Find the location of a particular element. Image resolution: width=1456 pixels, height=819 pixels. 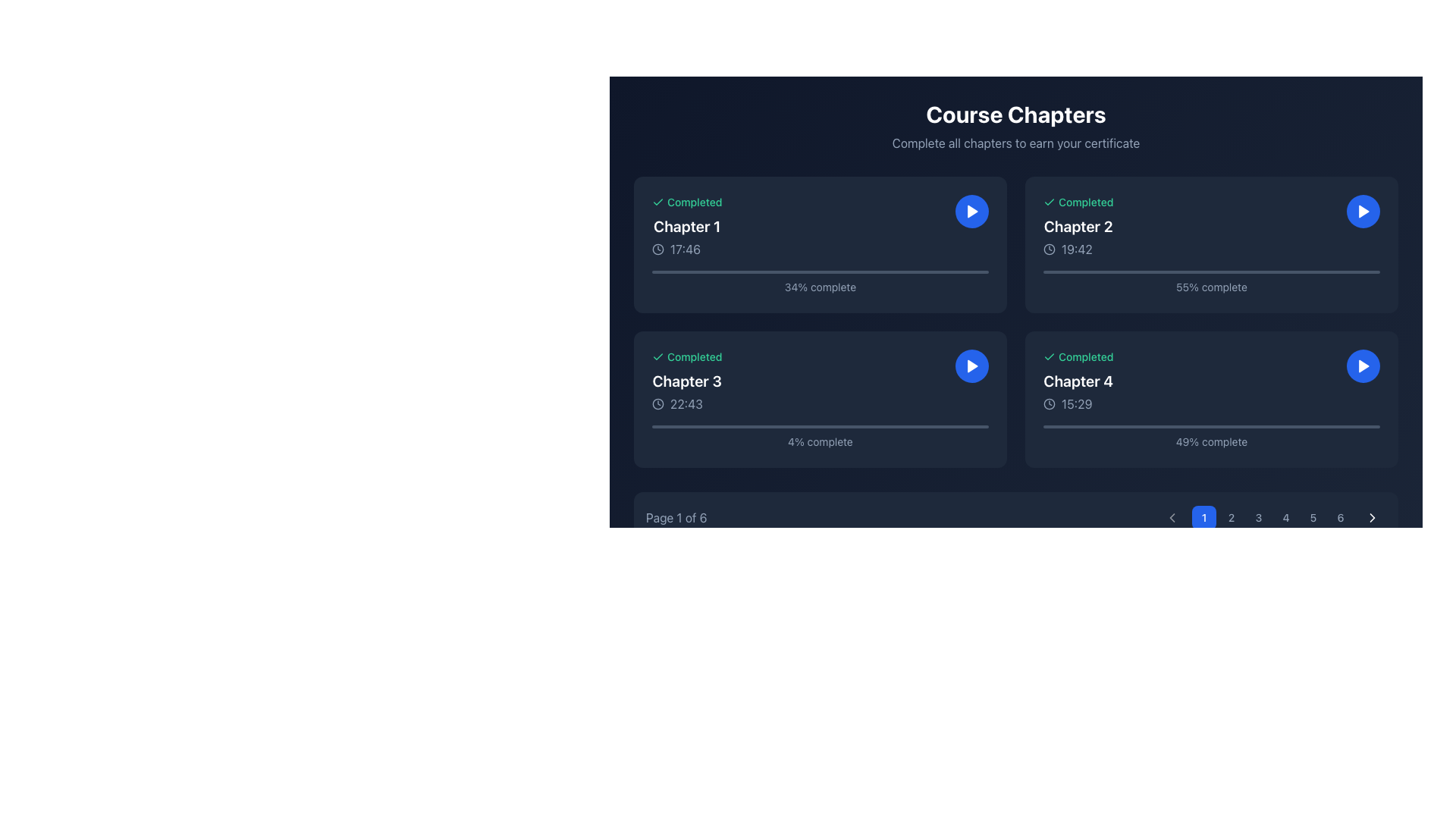

the Status Label with Icon that displays 'Completed' and has a checkmark icon, located in the top-left corner of the 'Chapter 2' card in the 'Course Chapters' grid layout is located at coordinates (1078, 201).